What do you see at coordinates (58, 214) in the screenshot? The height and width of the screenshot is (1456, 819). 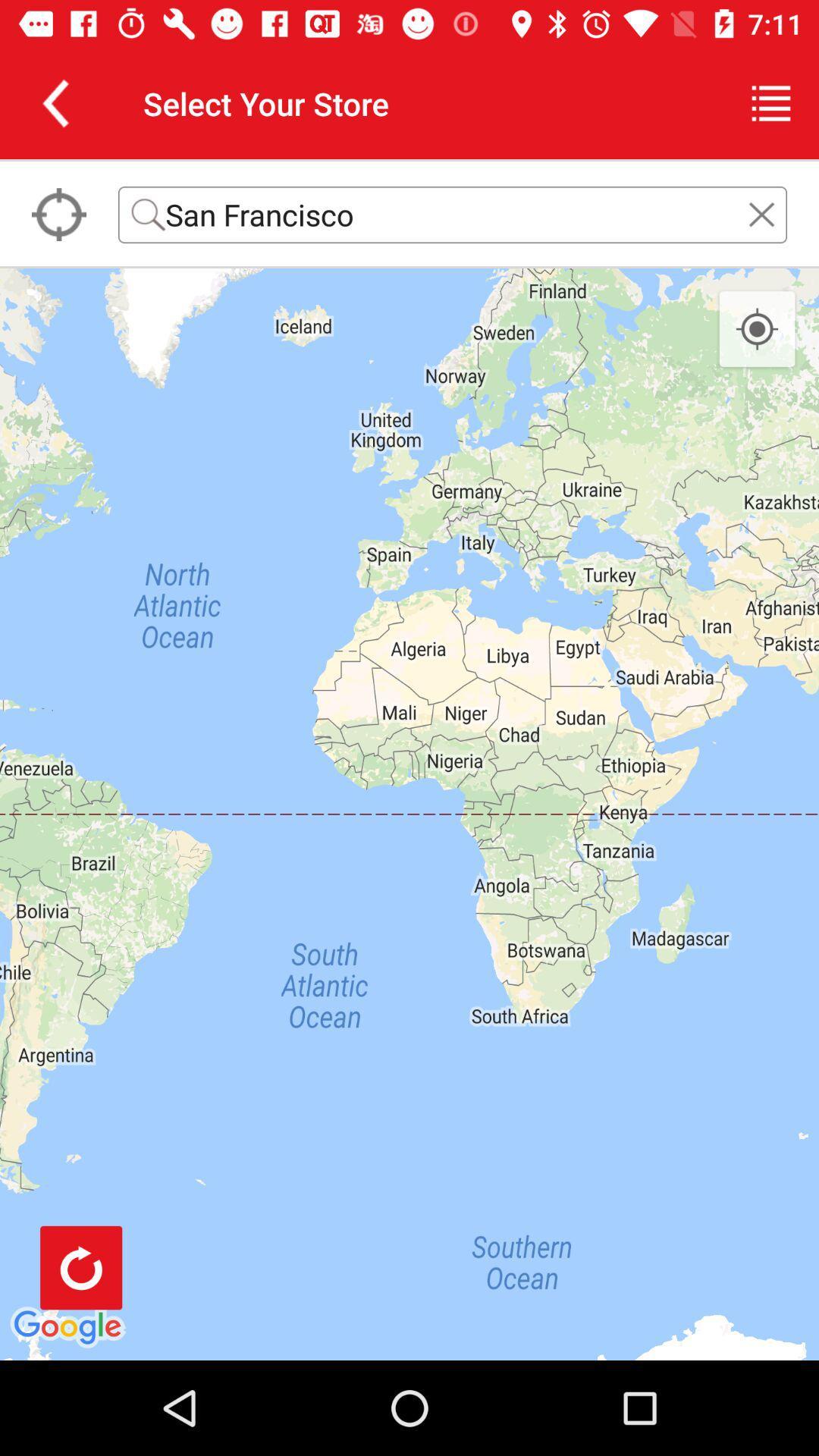 I see `the icon next to san francisco item` at bounding box center [58, 214].